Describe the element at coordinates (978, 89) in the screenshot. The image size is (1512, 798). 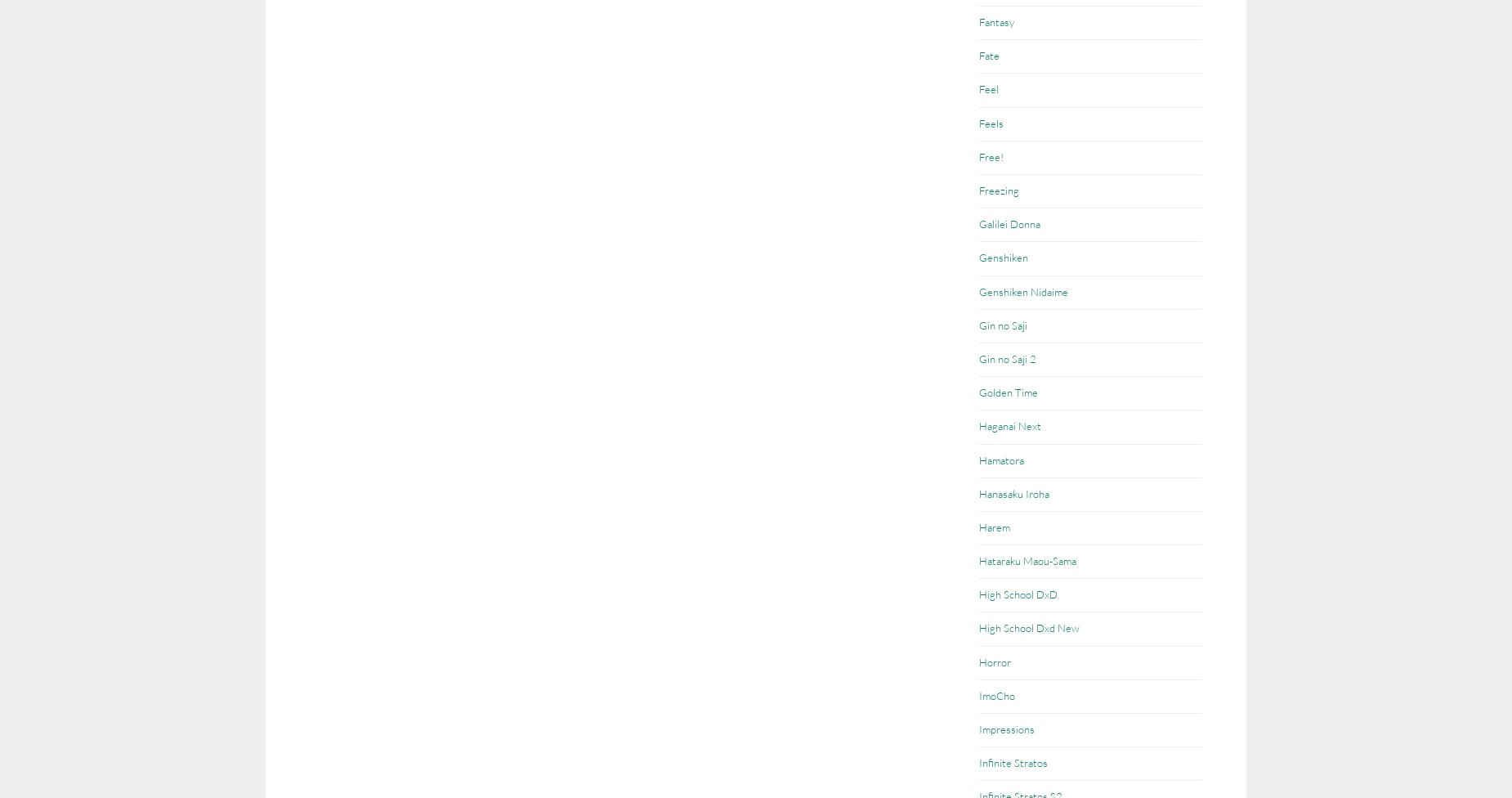
I see `'Feel'` at that location.